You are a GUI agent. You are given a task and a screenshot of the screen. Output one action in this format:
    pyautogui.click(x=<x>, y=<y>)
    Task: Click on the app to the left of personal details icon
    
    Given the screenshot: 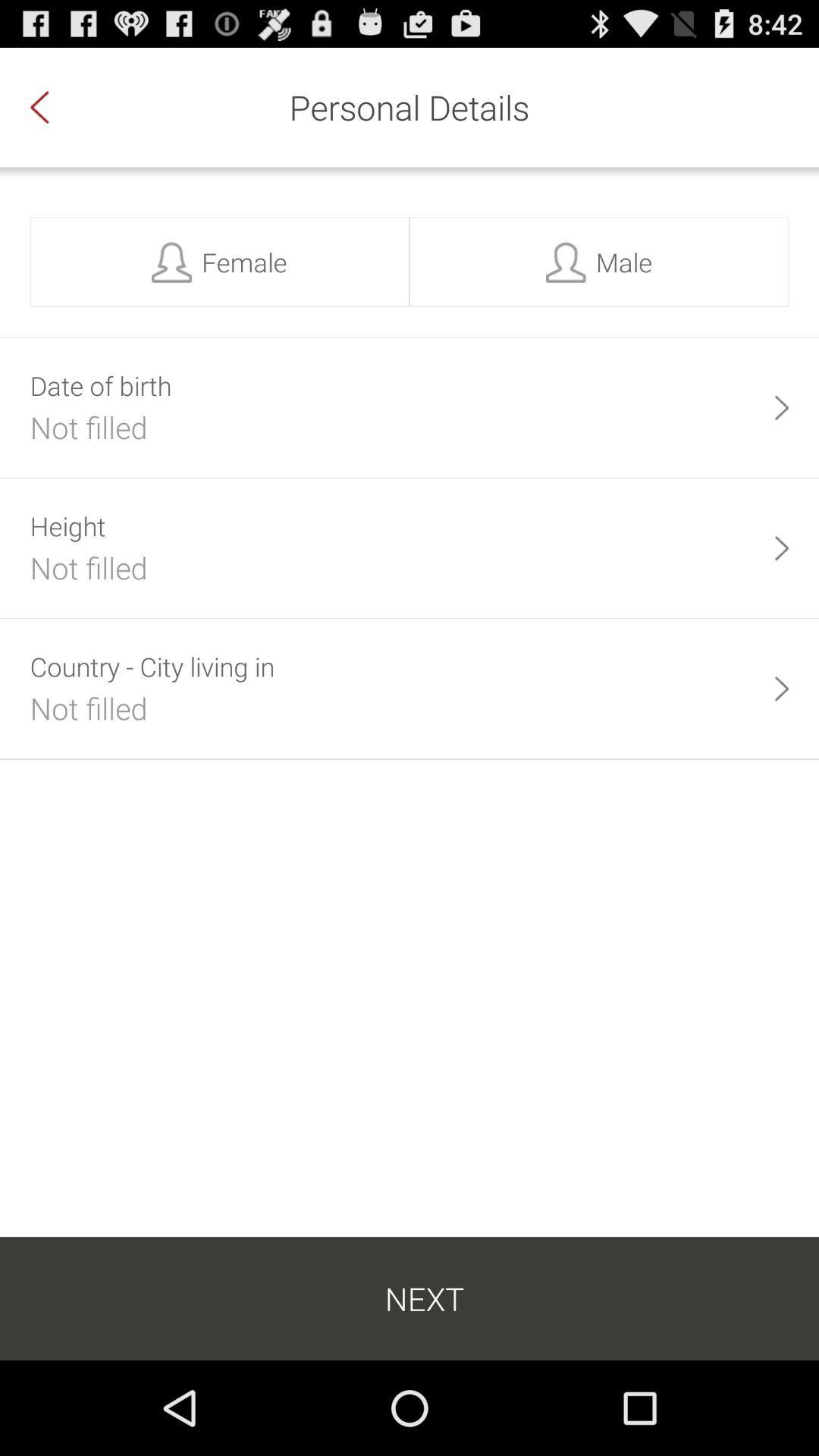 What is the action you would take?
    pyautogui.click(x=55, y=106)
    